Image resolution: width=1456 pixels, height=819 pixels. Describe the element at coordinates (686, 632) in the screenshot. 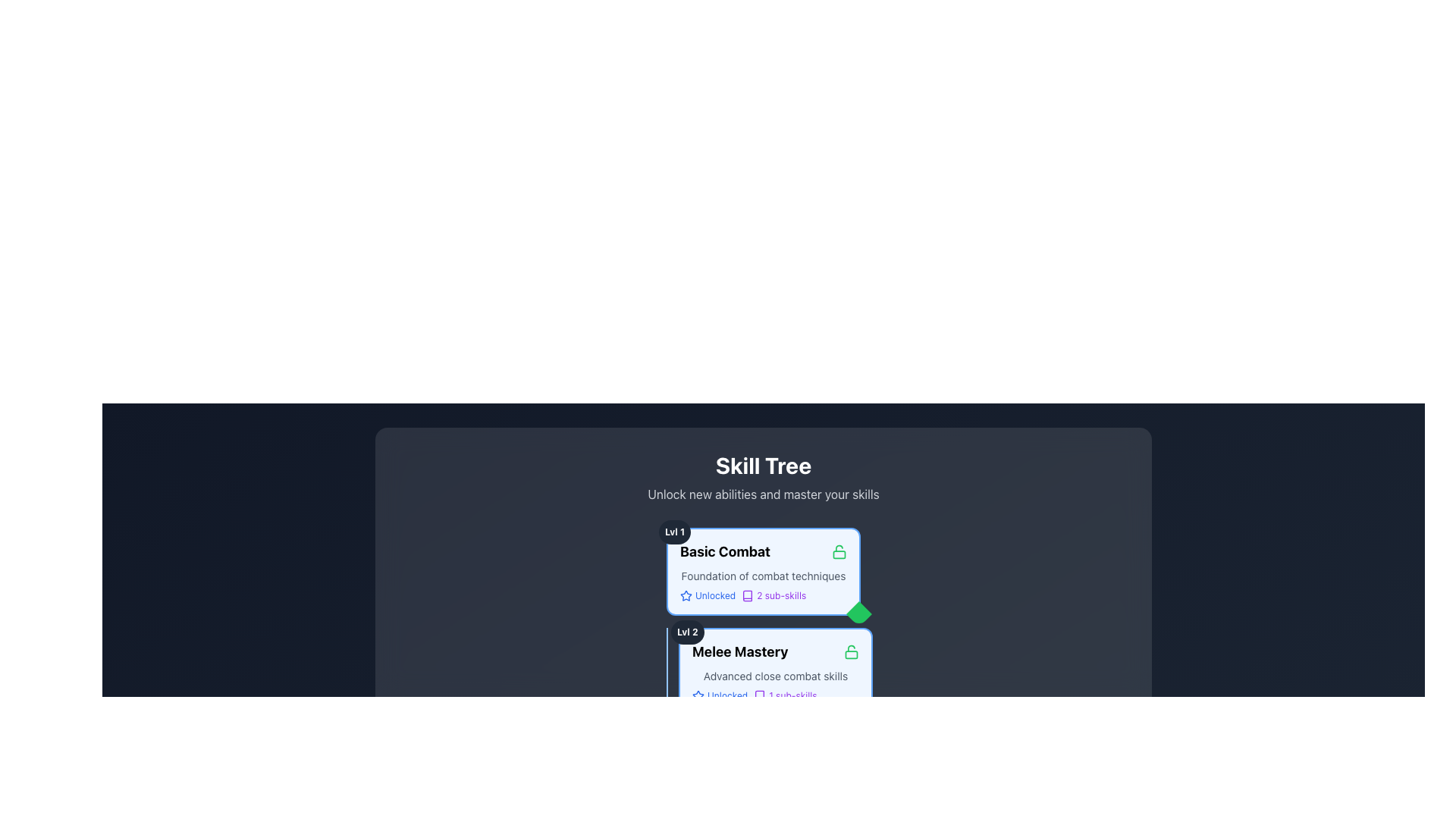

I see `the text label indicating the level of 'Melee Mastery' skill, which is situated inside a rounded gray badge next to 'Melee Mastery' in the Skill Tree section` at that location.